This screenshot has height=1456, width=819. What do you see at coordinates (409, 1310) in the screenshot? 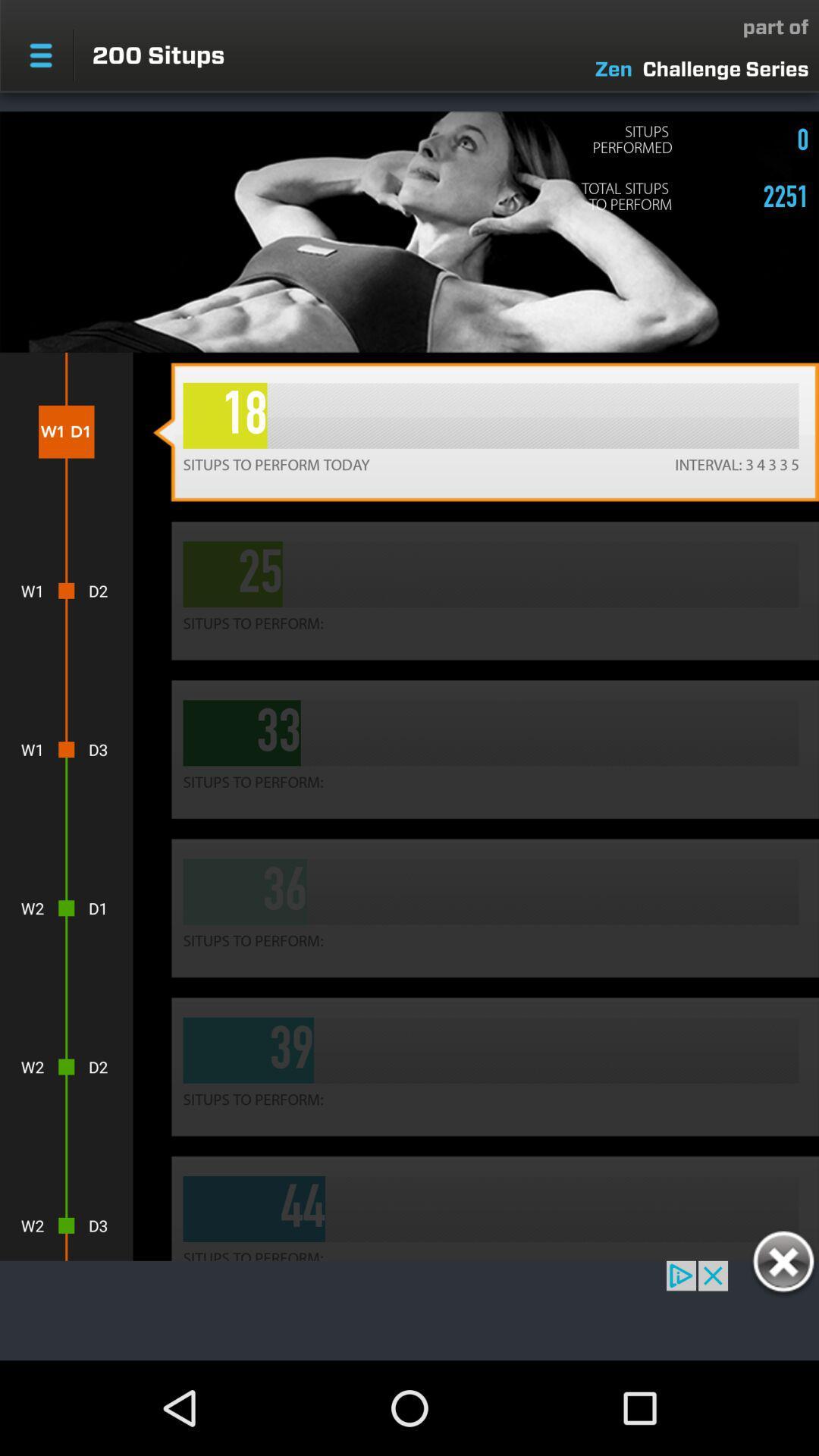
I see `click on advertisements` at bounding box center [409, 1310].